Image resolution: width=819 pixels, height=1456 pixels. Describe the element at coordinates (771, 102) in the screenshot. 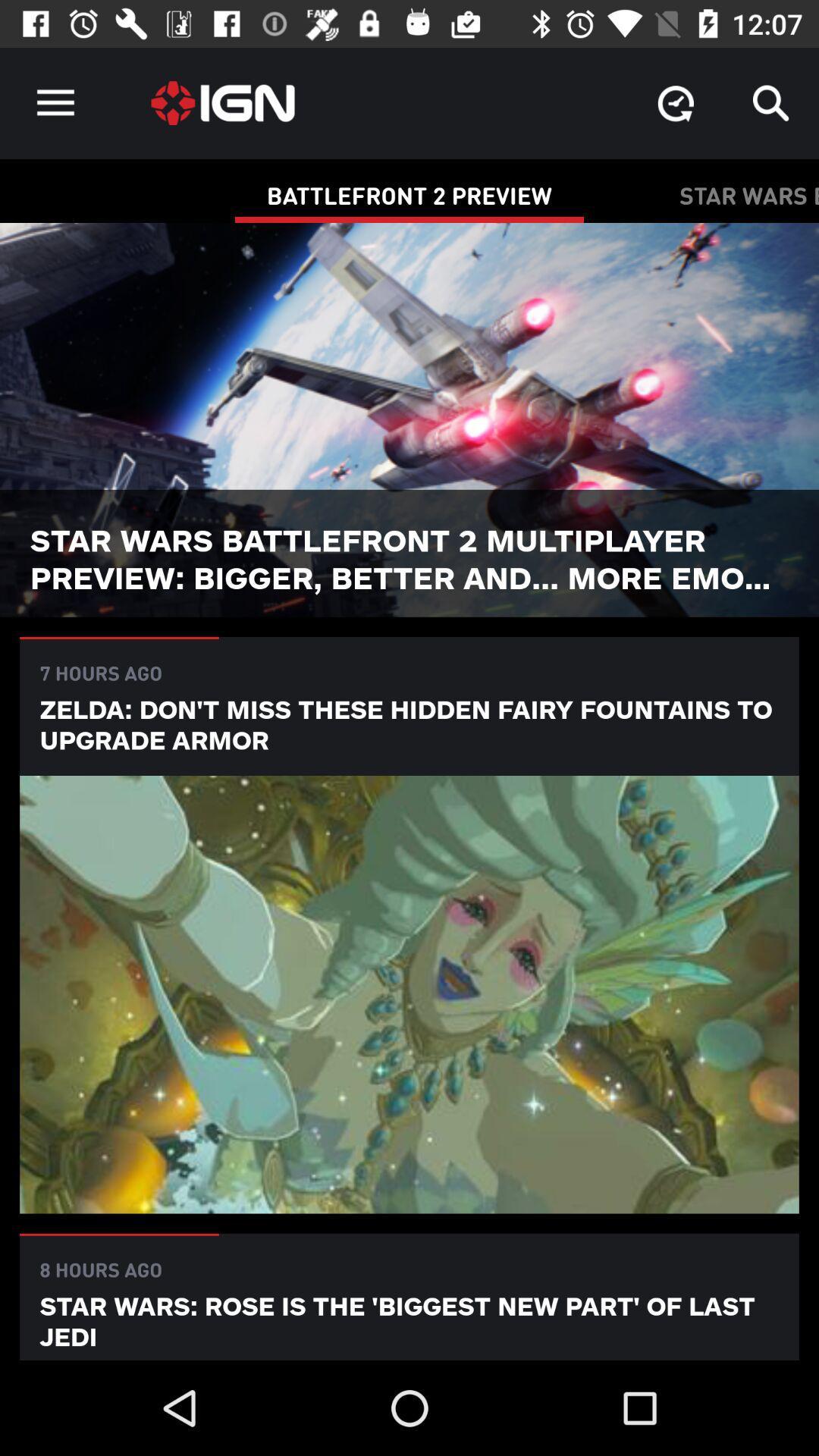

I see `app above the star wars battlefront ... item` at that location.